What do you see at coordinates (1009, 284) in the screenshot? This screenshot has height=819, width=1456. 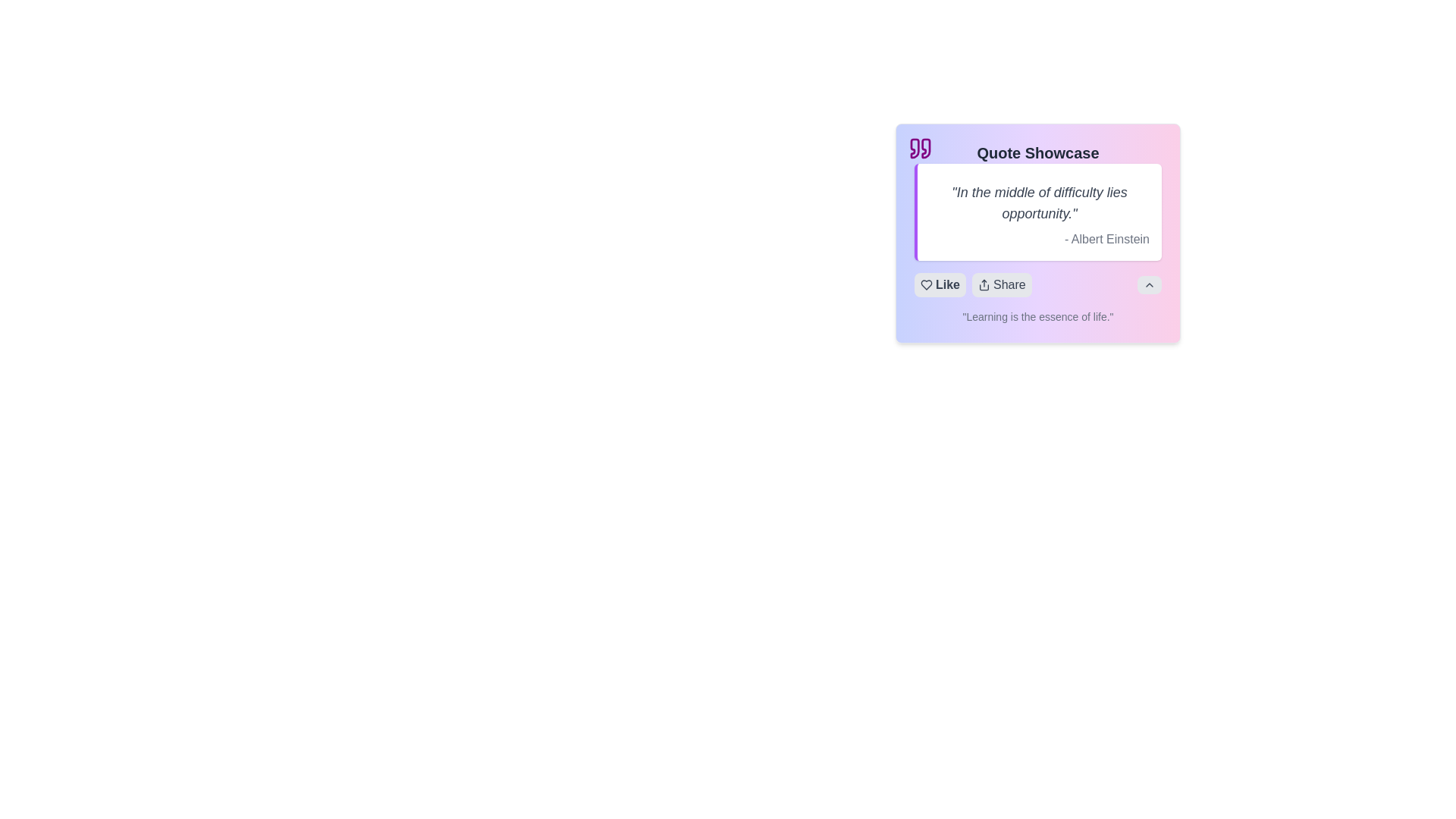 I see `the 'Share' text label located within the rounded button in the bottom right of the card` at bounding box center [1009, 284].